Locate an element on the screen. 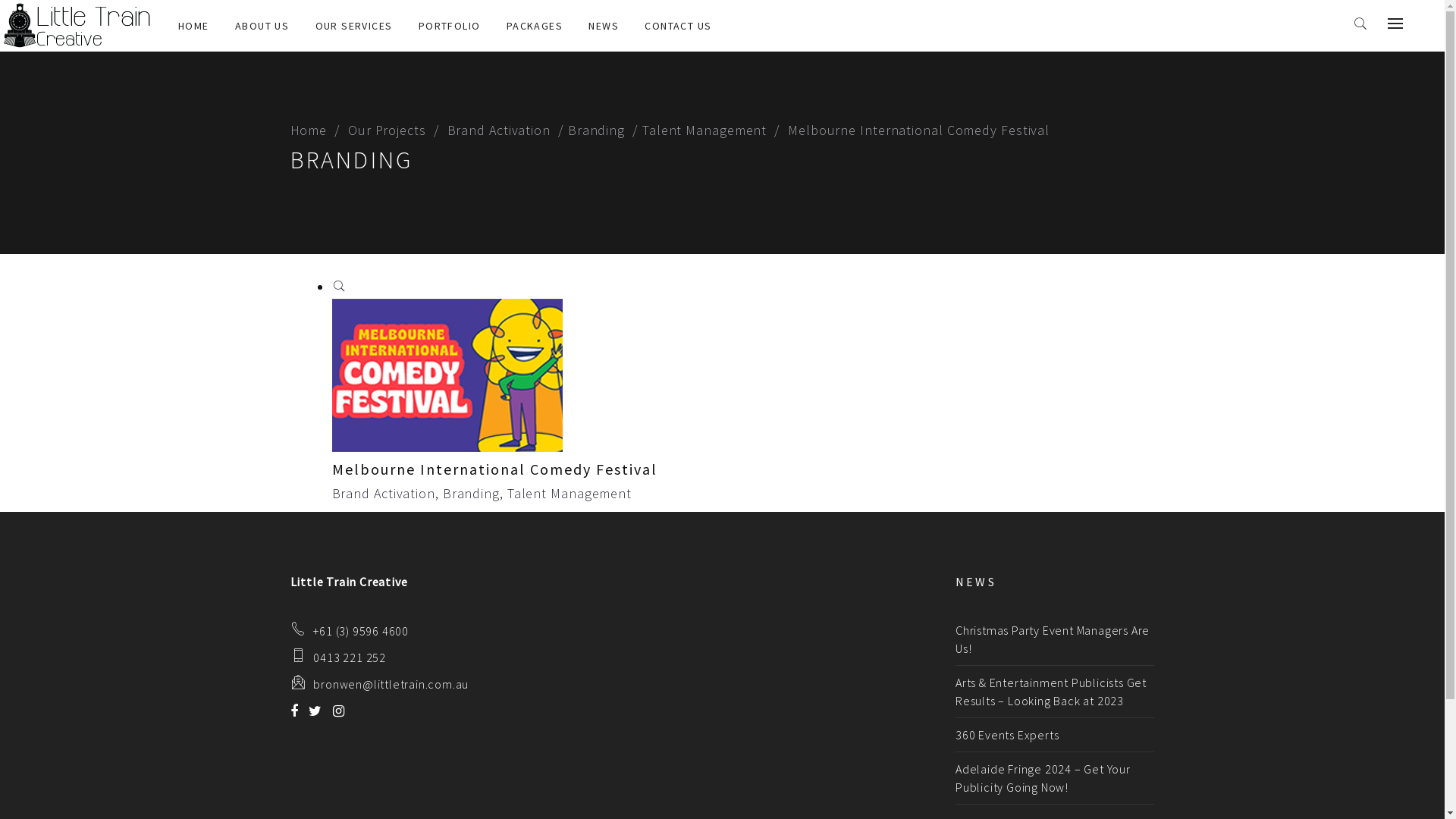 The image size is (1456, 819). 'Home' is located at coordinates (313, 129).